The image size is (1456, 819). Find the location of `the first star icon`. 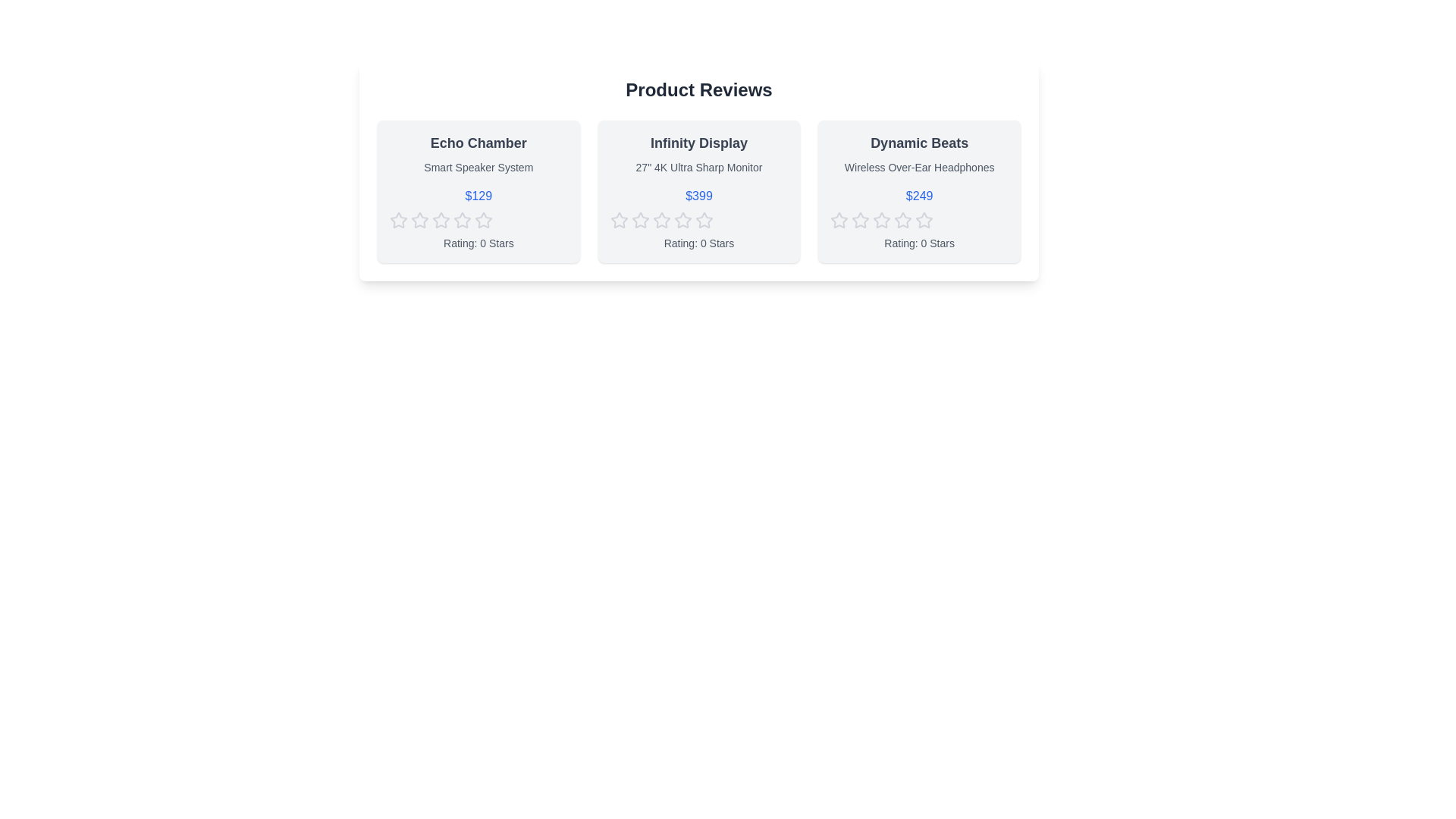

the first star icon is located at coordinates (860, 219).